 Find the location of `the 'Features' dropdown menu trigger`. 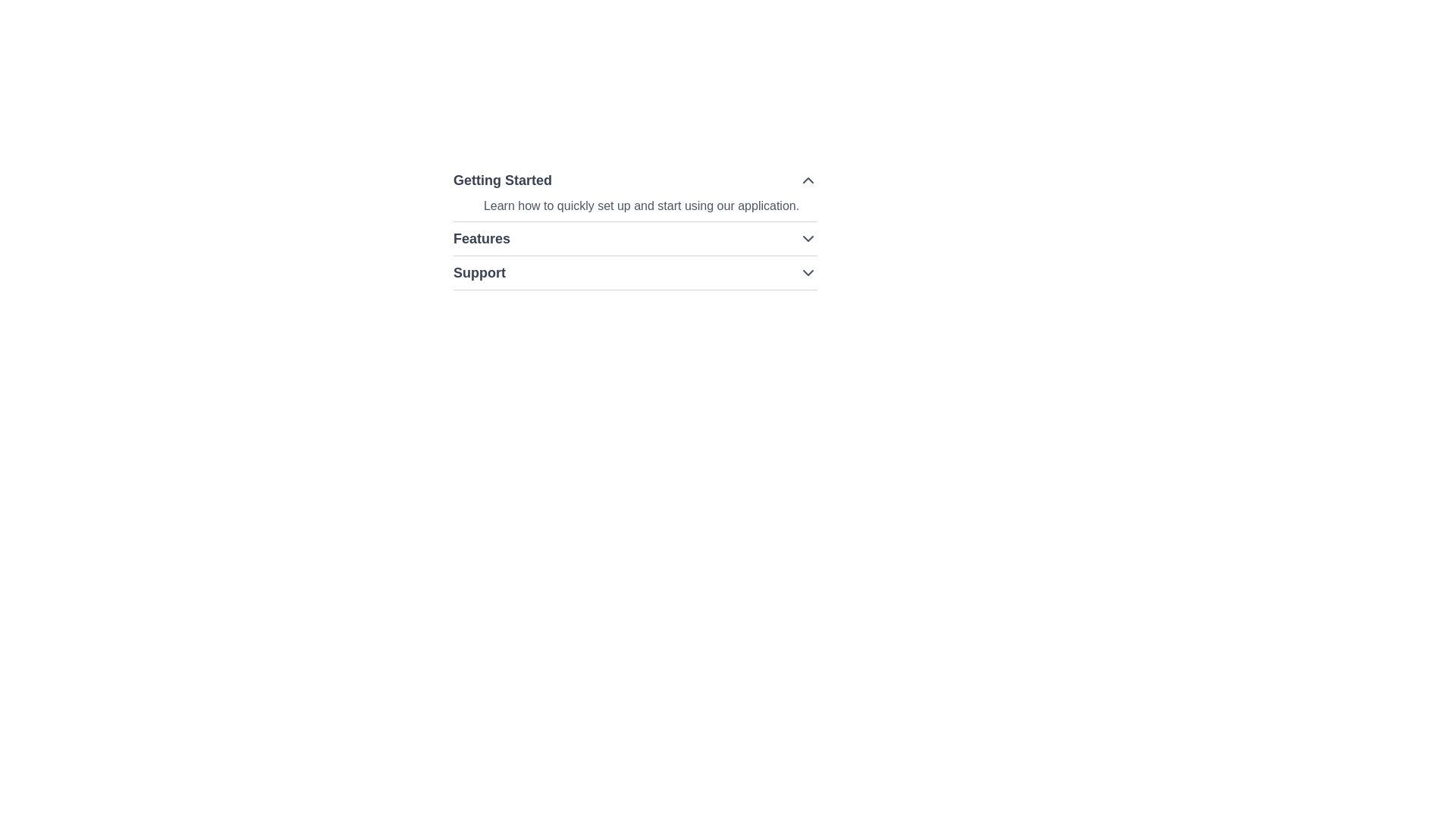

the 'Features' dropdown menu trigger is located at coordinates (635, 239).